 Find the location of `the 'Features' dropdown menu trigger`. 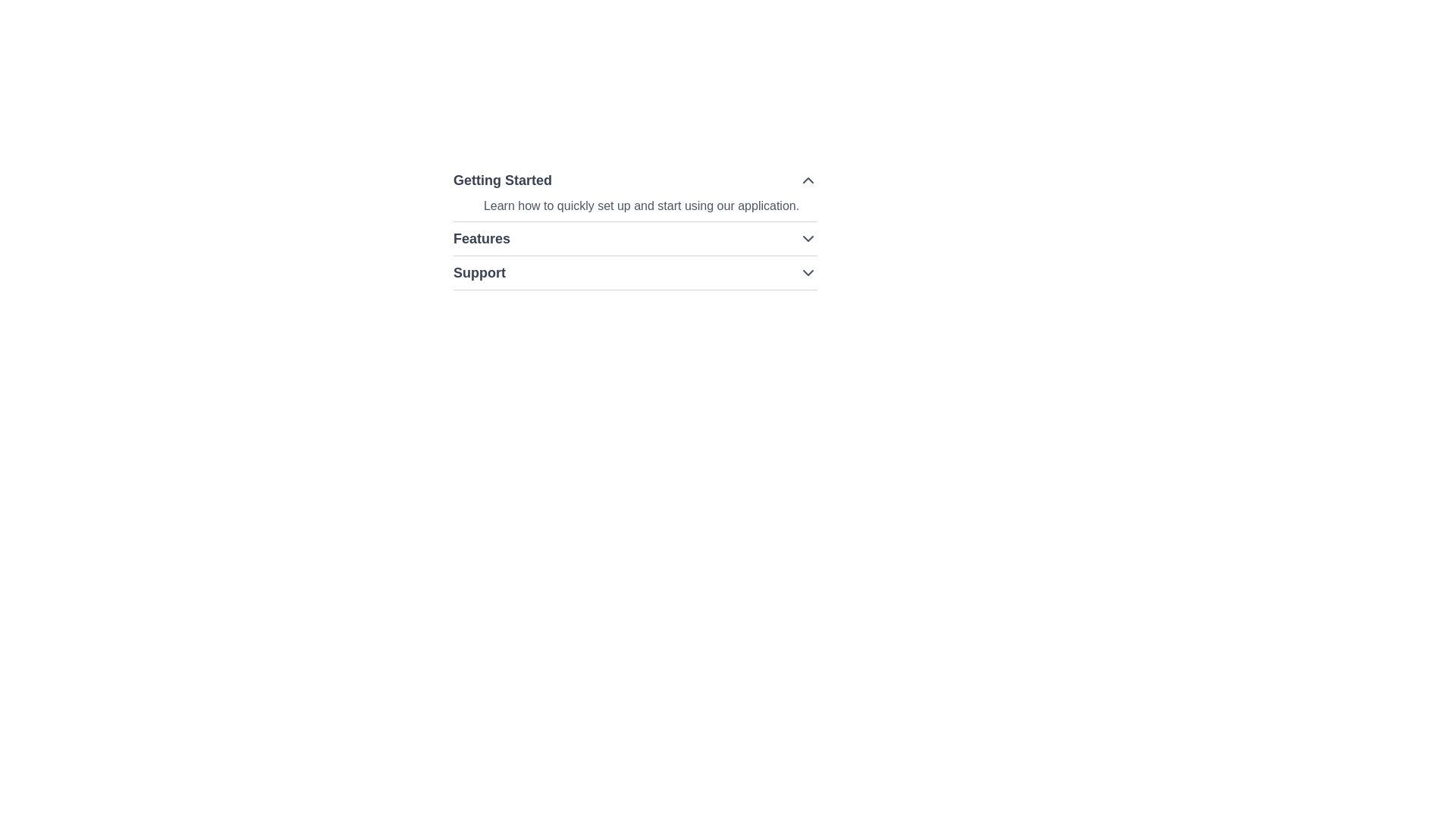

the 'Features' dropdown menu trigger is located at coordinates (635, 239).